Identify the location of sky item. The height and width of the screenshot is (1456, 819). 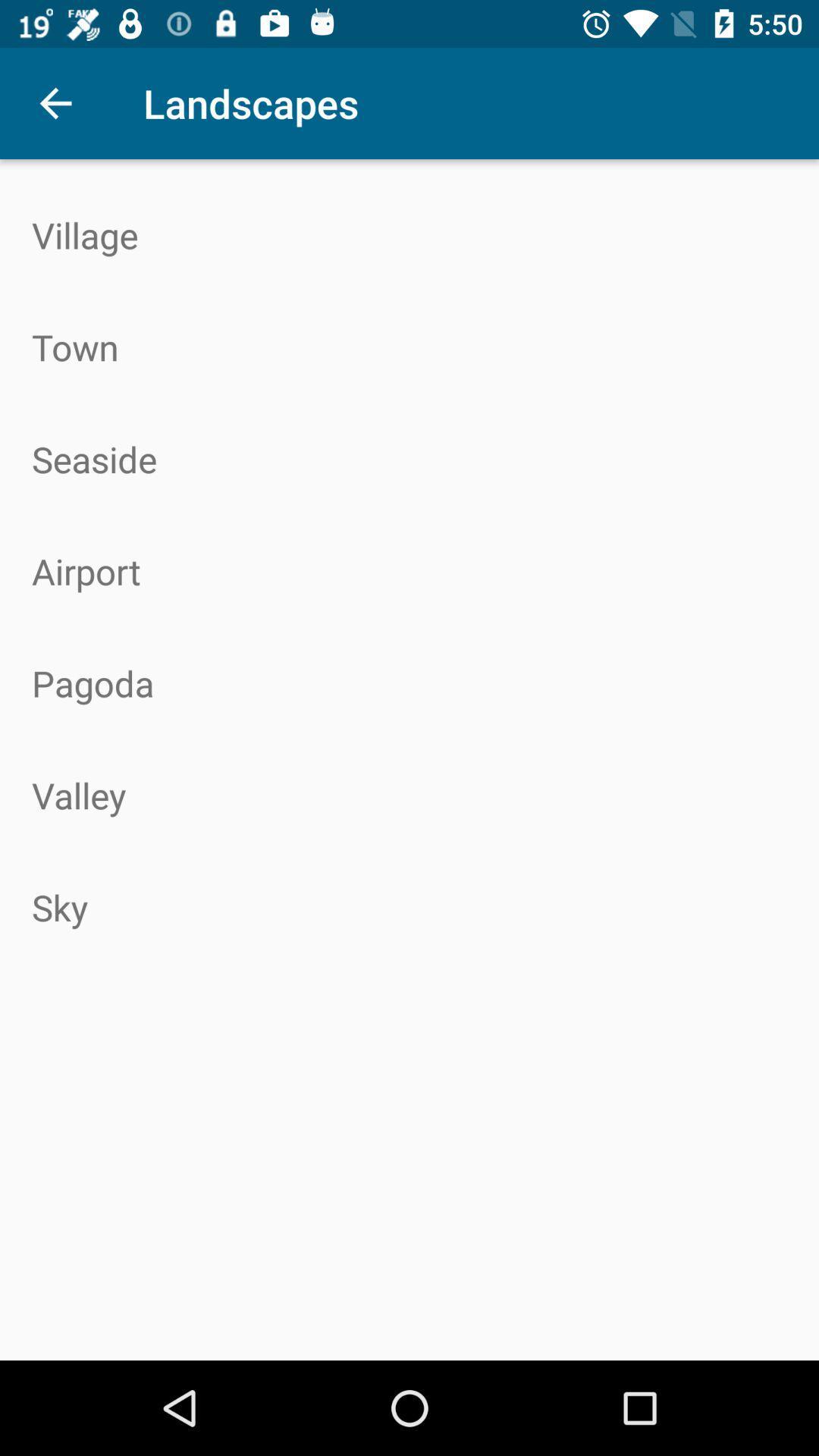
(409, 907).